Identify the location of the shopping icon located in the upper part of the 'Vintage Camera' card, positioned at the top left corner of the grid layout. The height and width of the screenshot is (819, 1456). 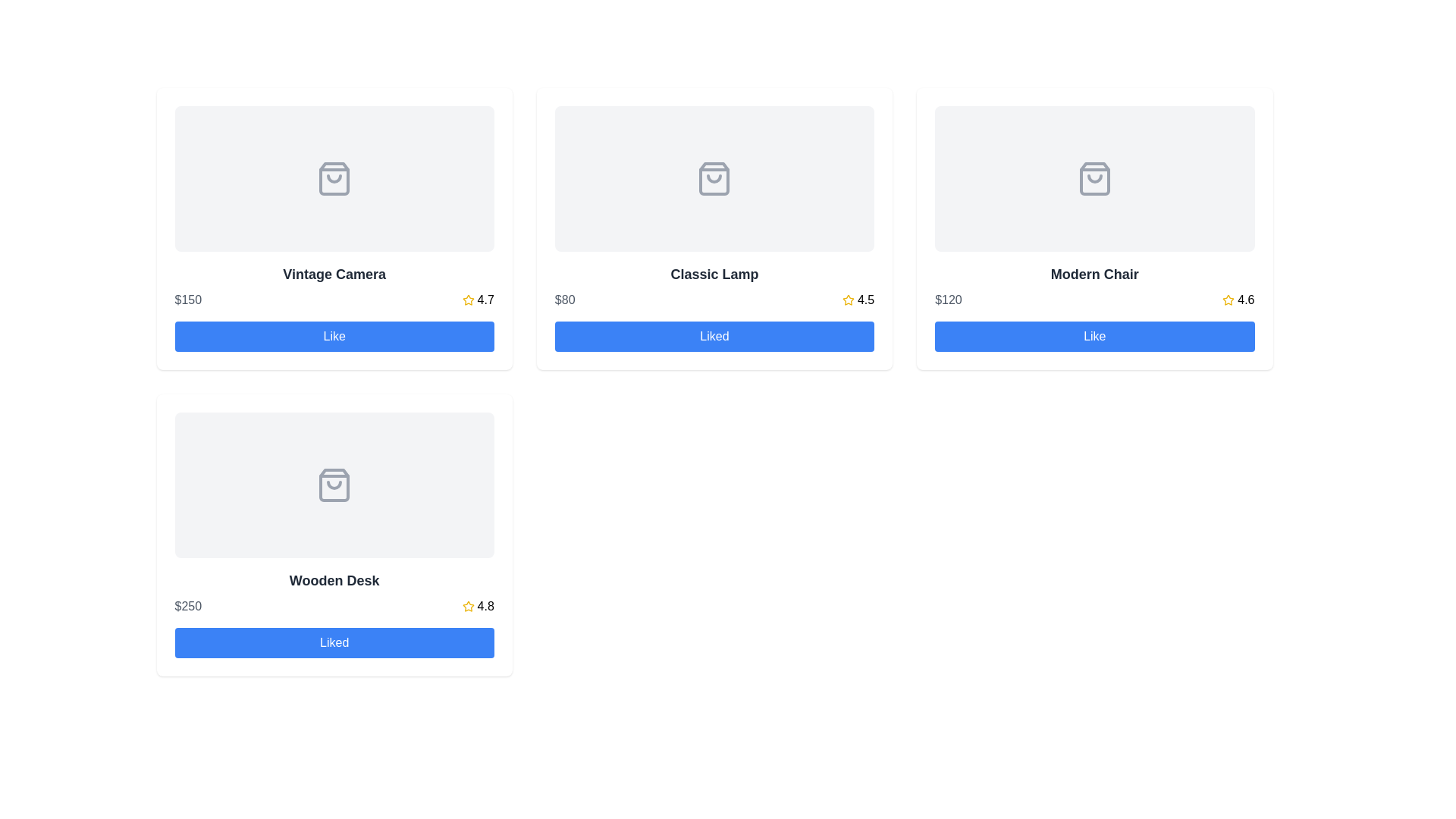
(334, 177).